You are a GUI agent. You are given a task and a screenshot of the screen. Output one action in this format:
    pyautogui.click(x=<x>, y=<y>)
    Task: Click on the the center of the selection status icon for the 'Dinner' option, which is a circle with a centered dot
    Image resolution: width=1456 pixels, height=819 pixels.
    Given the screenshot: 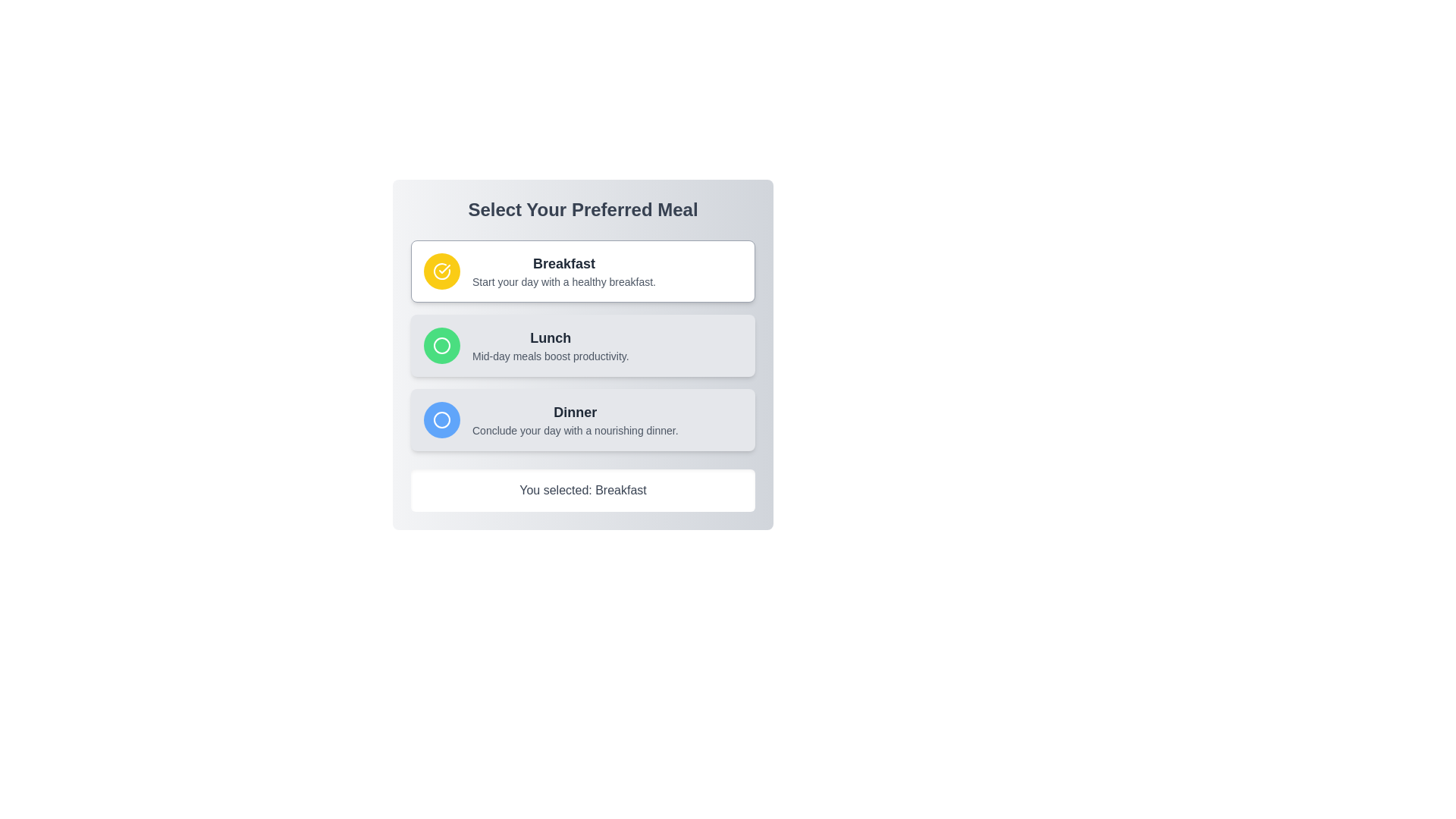 What is the action you would take?
    pyautogui.click(x=441, y=420)
    